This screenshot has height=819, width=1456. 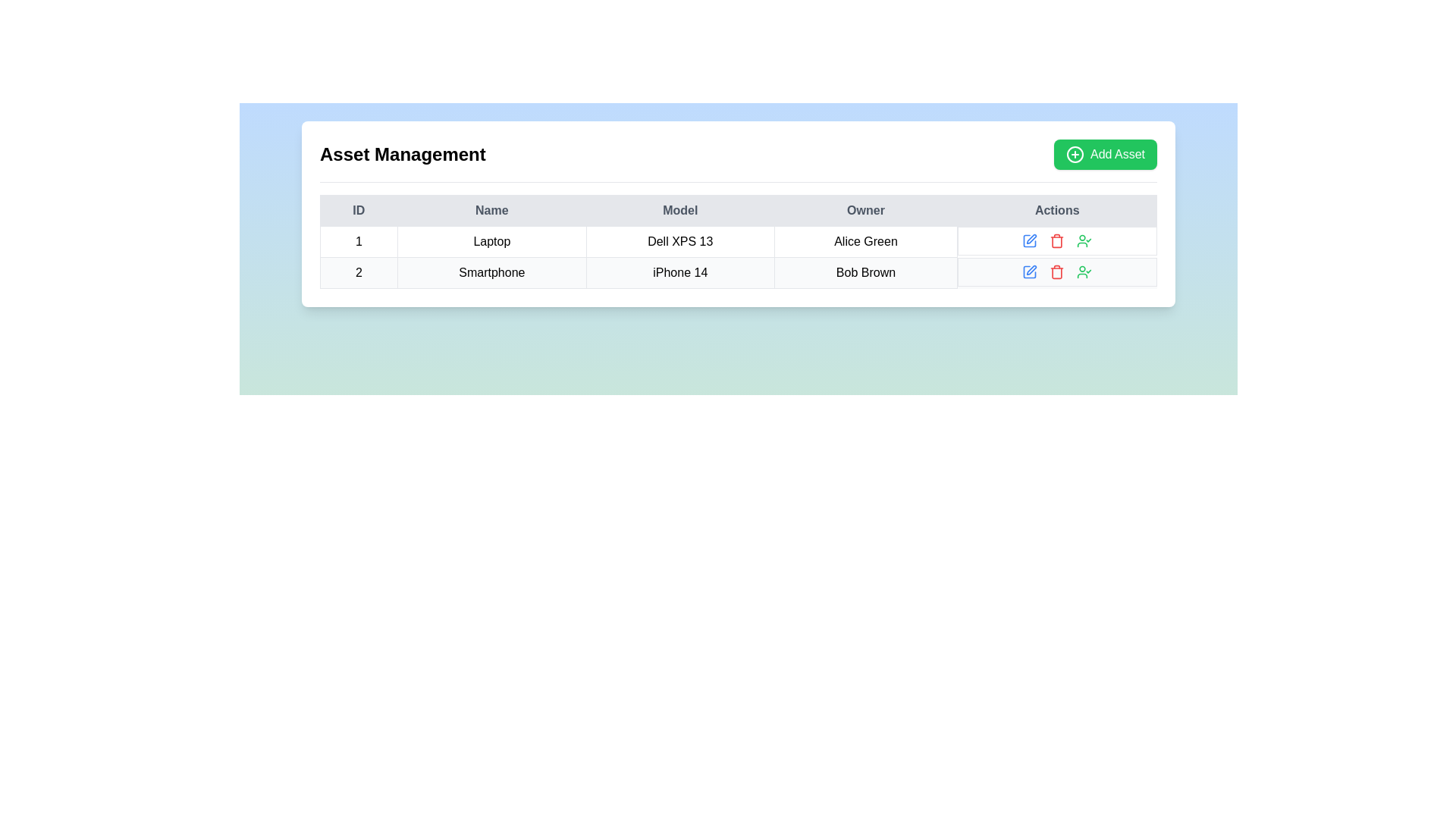 What do you see at coordinates (1031, 239) in the screenshot?
I see `the editing icon, which is an SVG icon representing an editing action located in the 'Actions' column of the first row in the table` at bounding box center [1031, 239].